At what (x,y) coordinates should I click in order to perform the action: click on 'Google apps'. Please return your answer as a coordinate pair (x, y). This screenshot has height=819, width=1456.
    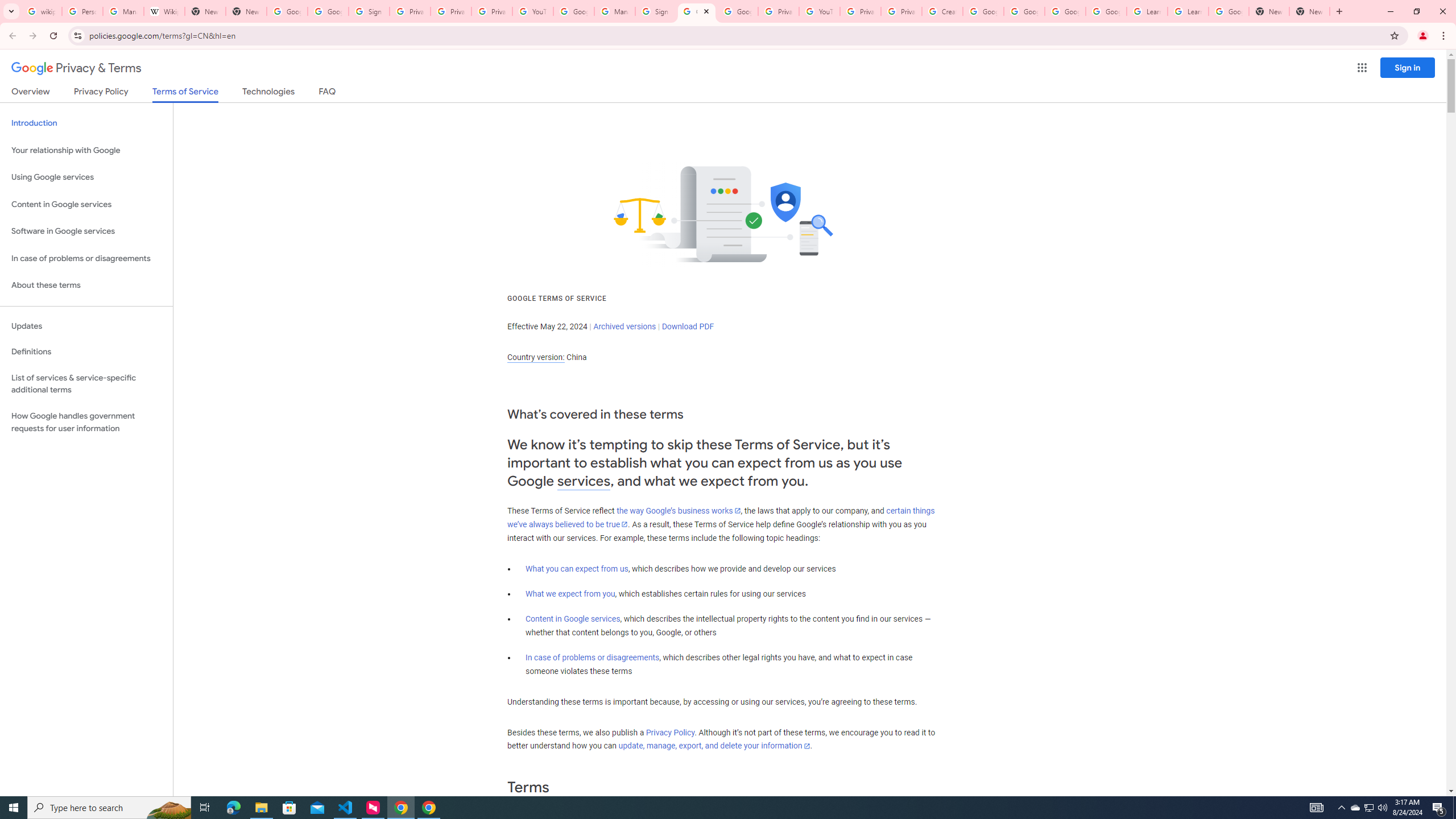
    Looking at the image, I should click on (1361, 67).